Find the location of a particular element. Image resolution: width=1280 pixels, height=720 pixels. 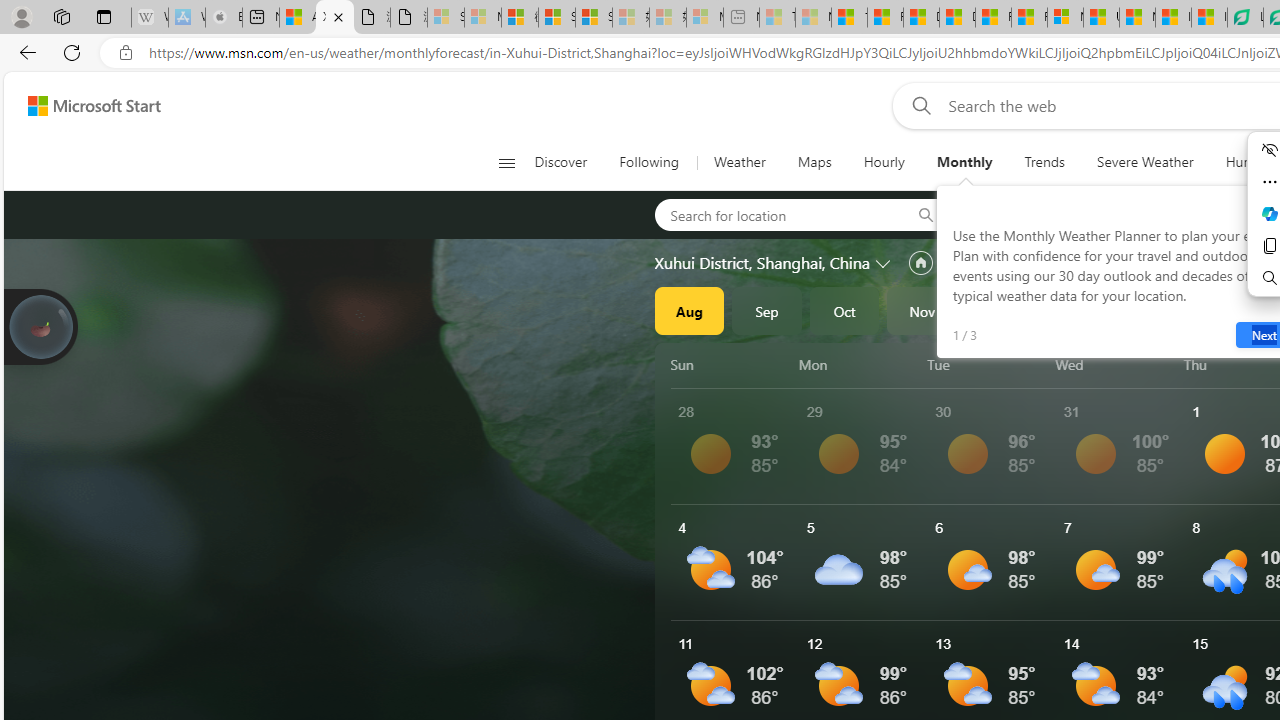

'LendingTree - Compare Lenders' is located at coordinates (1244, 17).